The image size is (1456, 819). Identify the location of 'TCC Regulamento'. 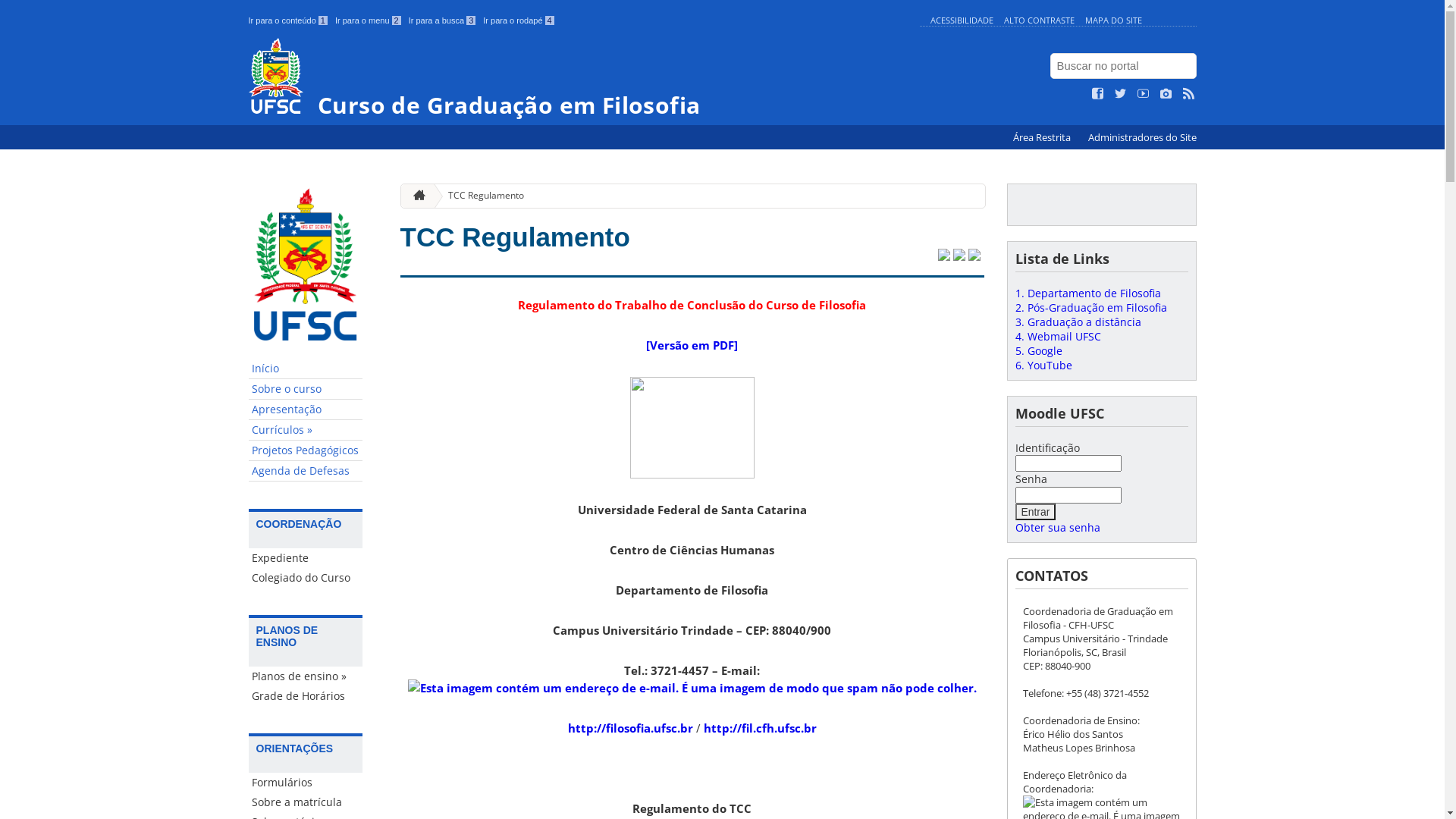
(479, 195).